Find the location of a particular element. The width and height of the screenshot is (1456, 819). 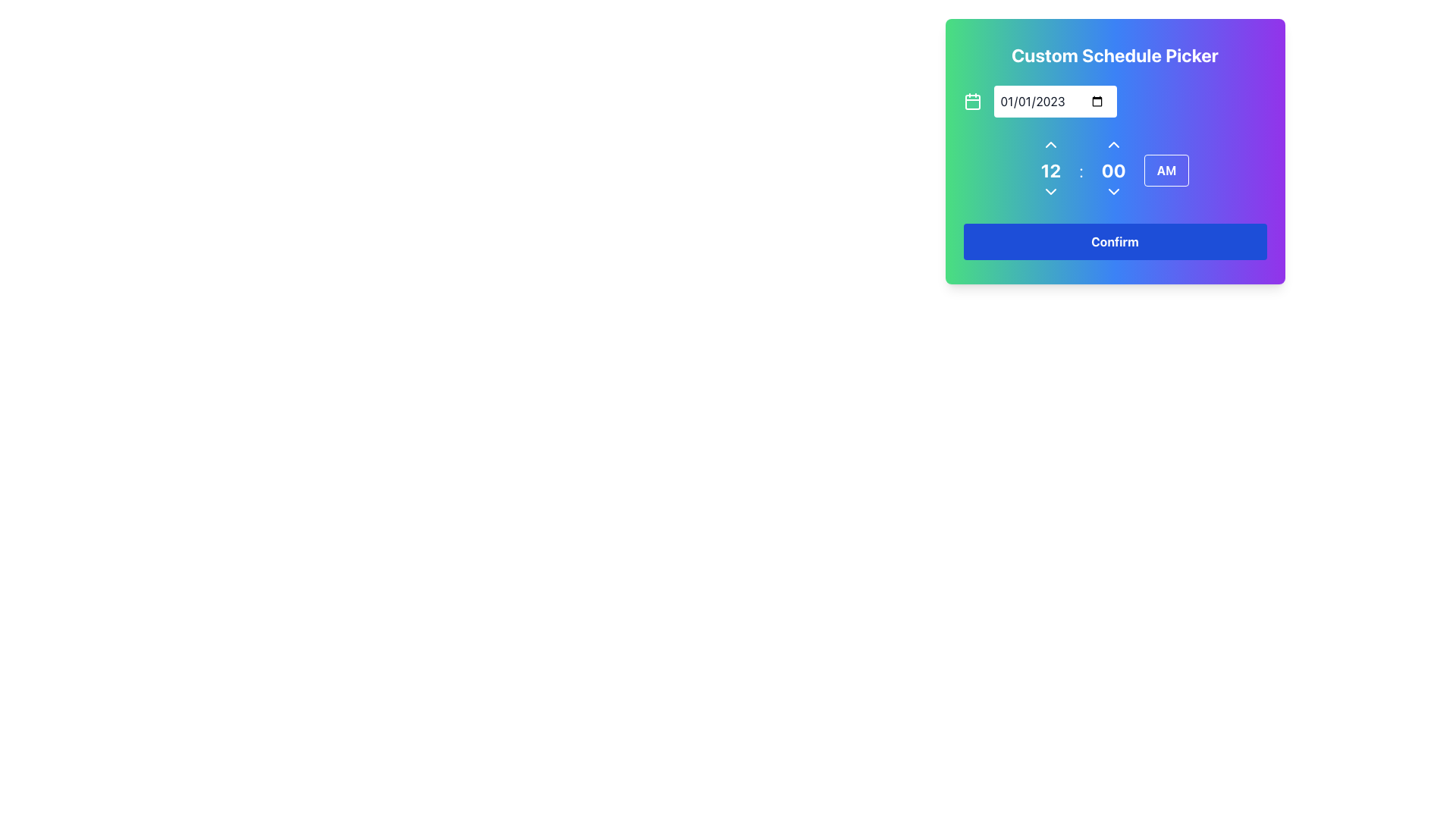

the button used to increase a numerical value in the 'Custom Schedule Picker' is located at coordinates (1113, 145).